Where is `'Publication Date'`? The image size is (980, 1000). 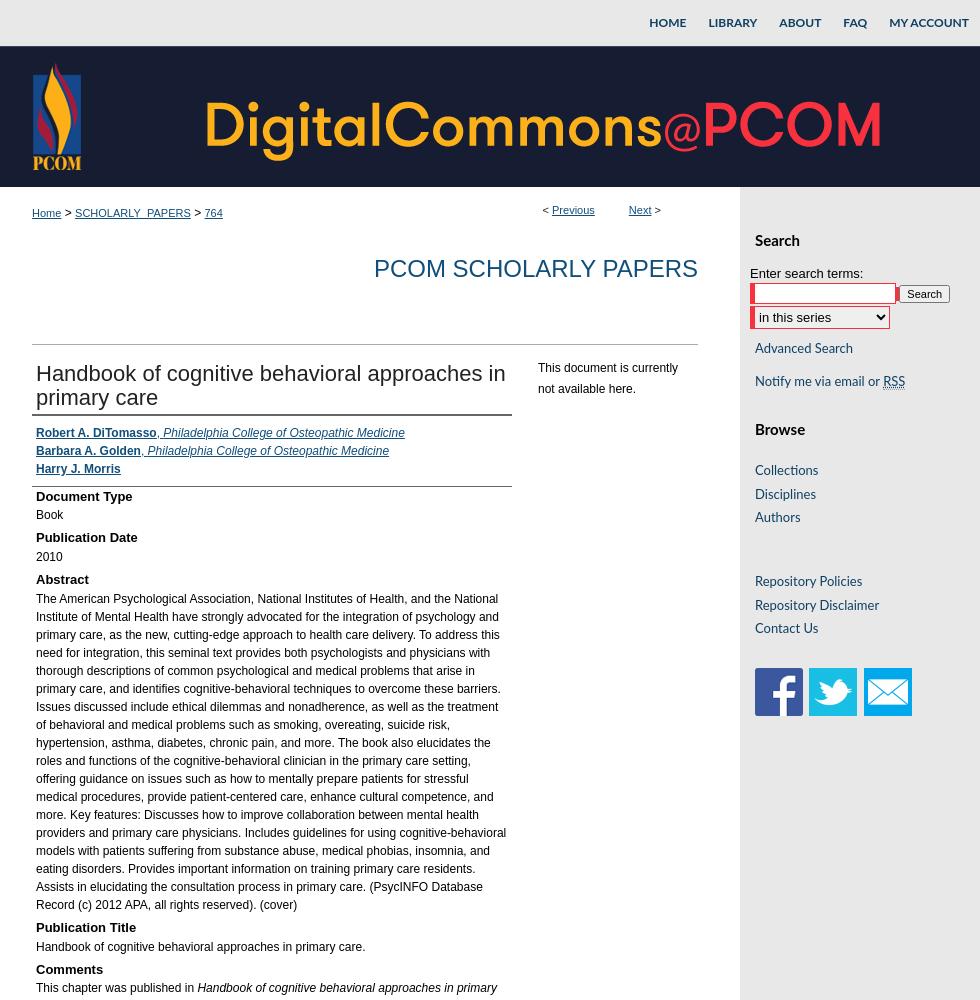 'Publication Date' is located at coordinates (86, 537).